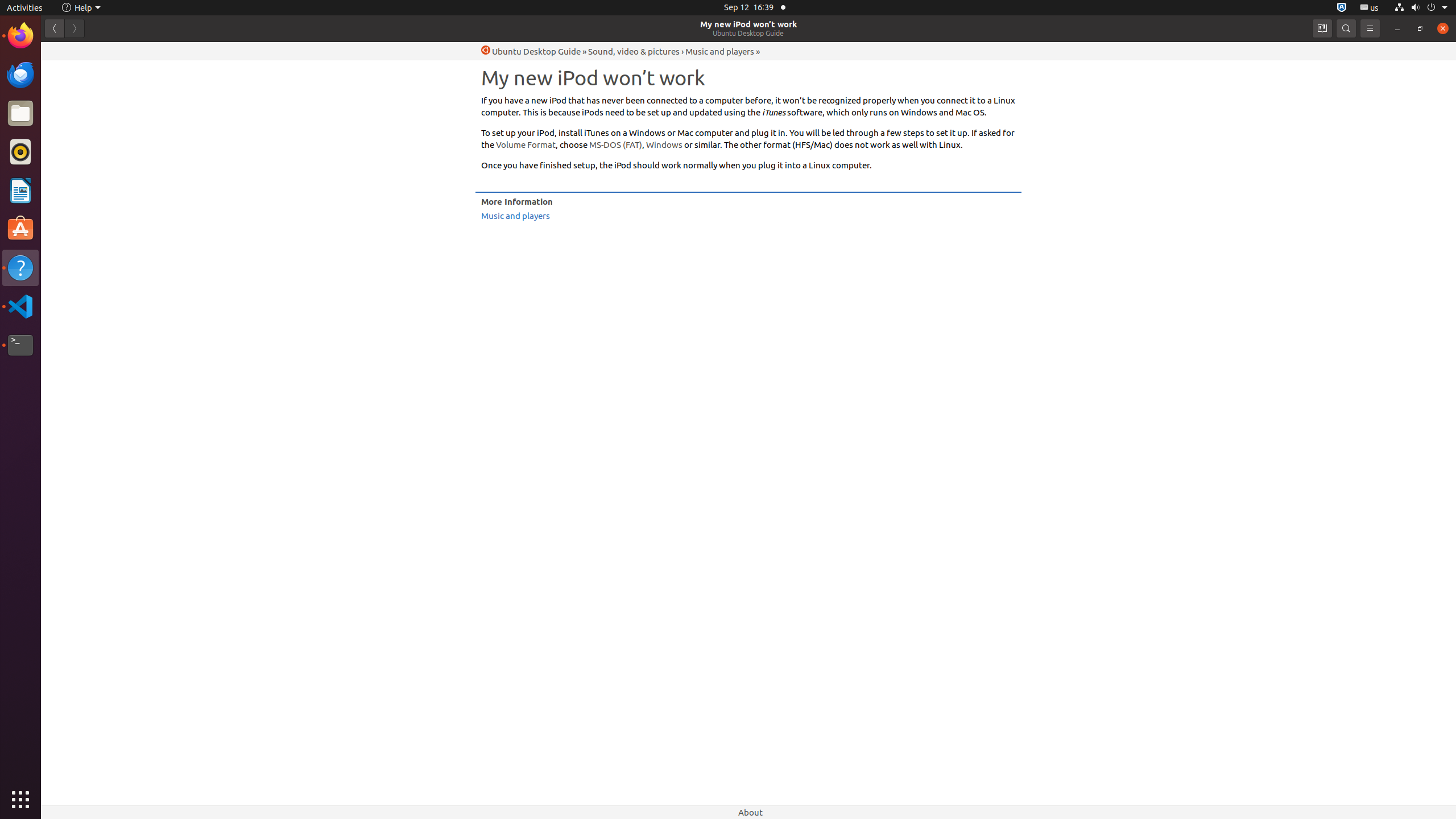 The width and height of the screenshot is (1456, 819). What do you see at coordinates (1420, 28) in the screenshot?
I see `'Restore'` at bounding box center [1420, 28].